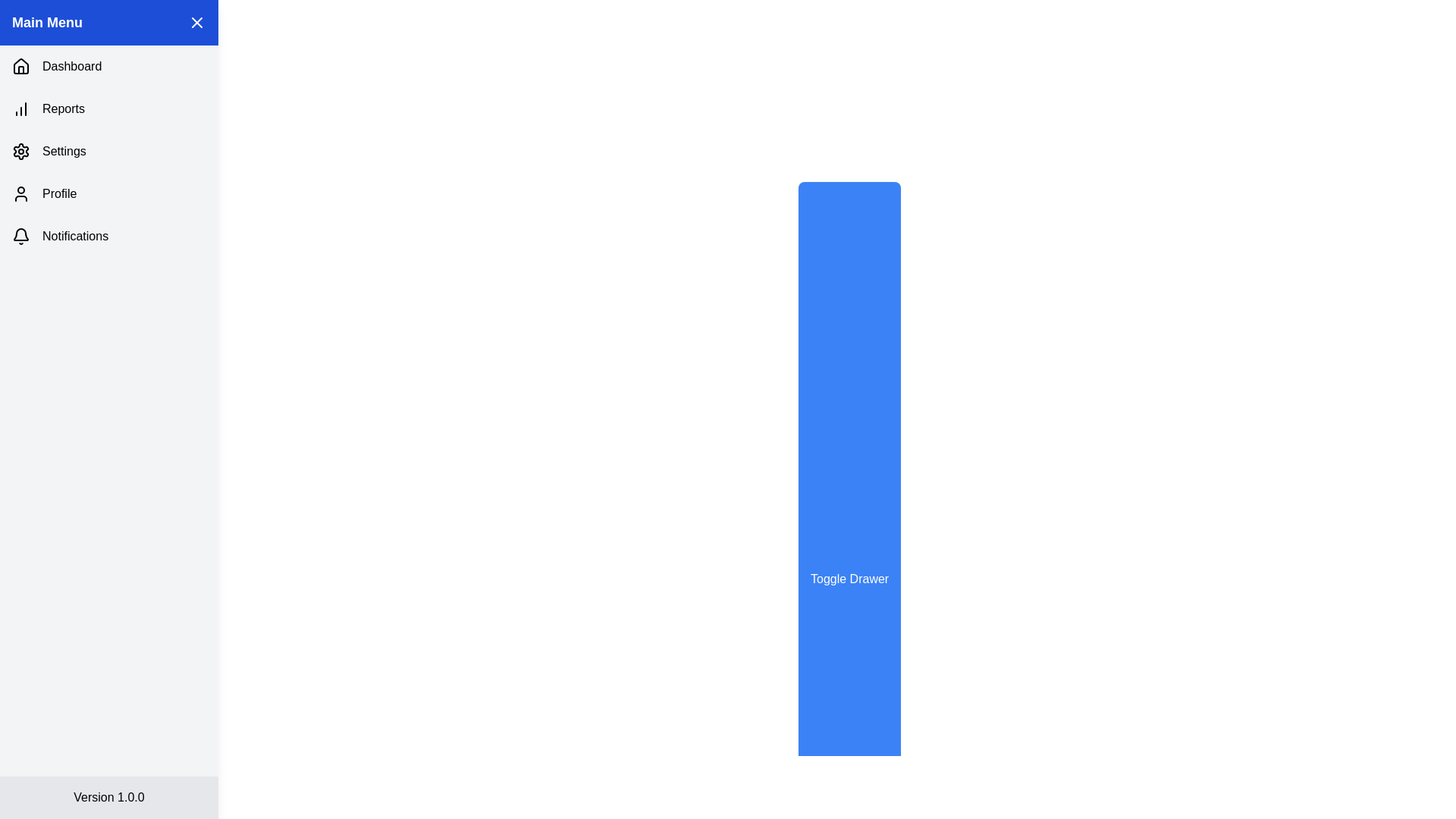 Image resolution: width=1456 pixels, height=819 pixels. Describe the element at coordinates (196, 23) in the screenshot. I see `the lower-left component of the 'X' close icon located near the top-right corner of the blue header area titled 'Main Menu'` at that location.